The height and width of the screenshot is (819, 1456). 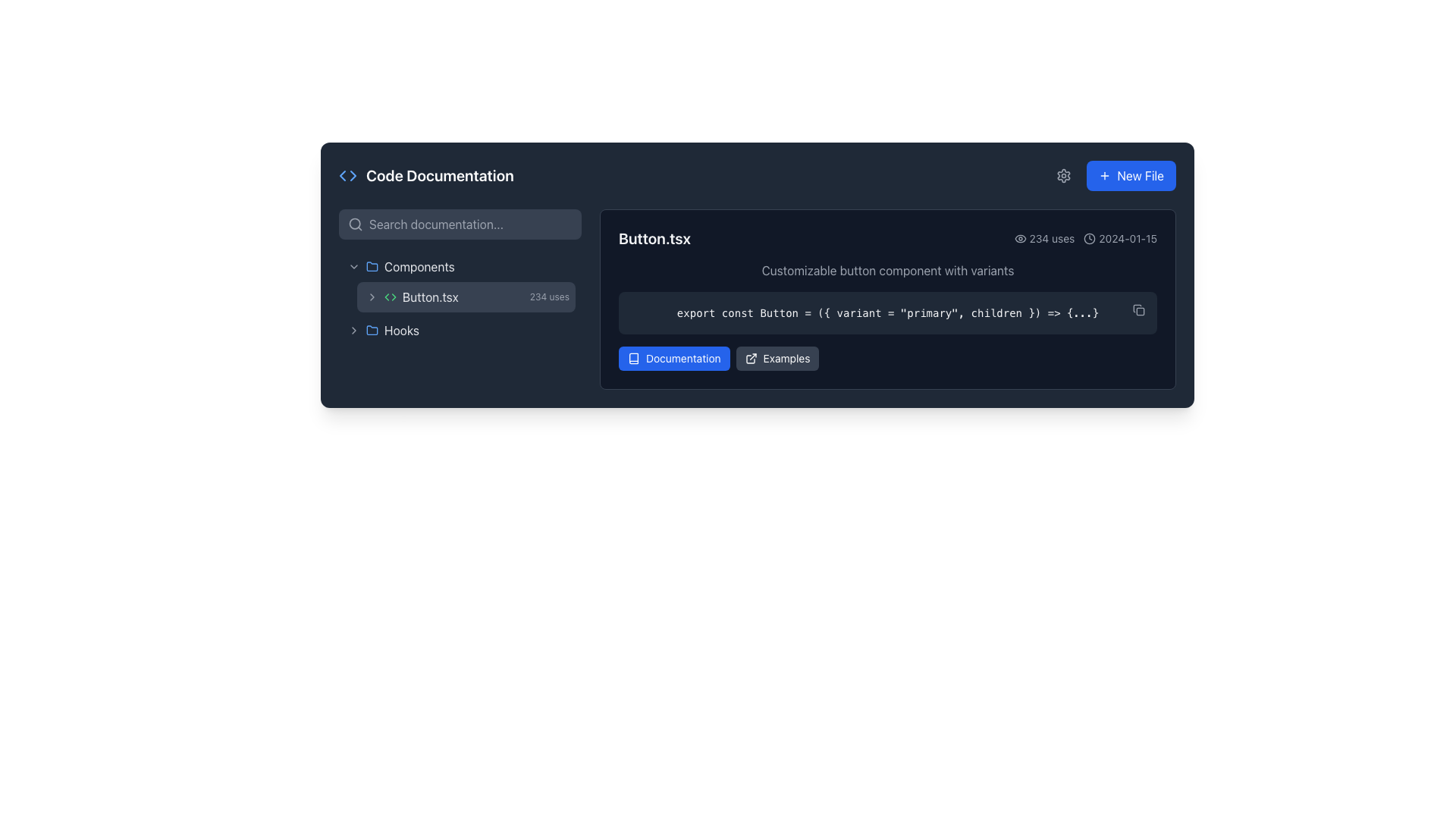 I want to click on the gear-shaped icon button in the top-right corner of the dark-themed user interface, so click(x=1063, y=174).